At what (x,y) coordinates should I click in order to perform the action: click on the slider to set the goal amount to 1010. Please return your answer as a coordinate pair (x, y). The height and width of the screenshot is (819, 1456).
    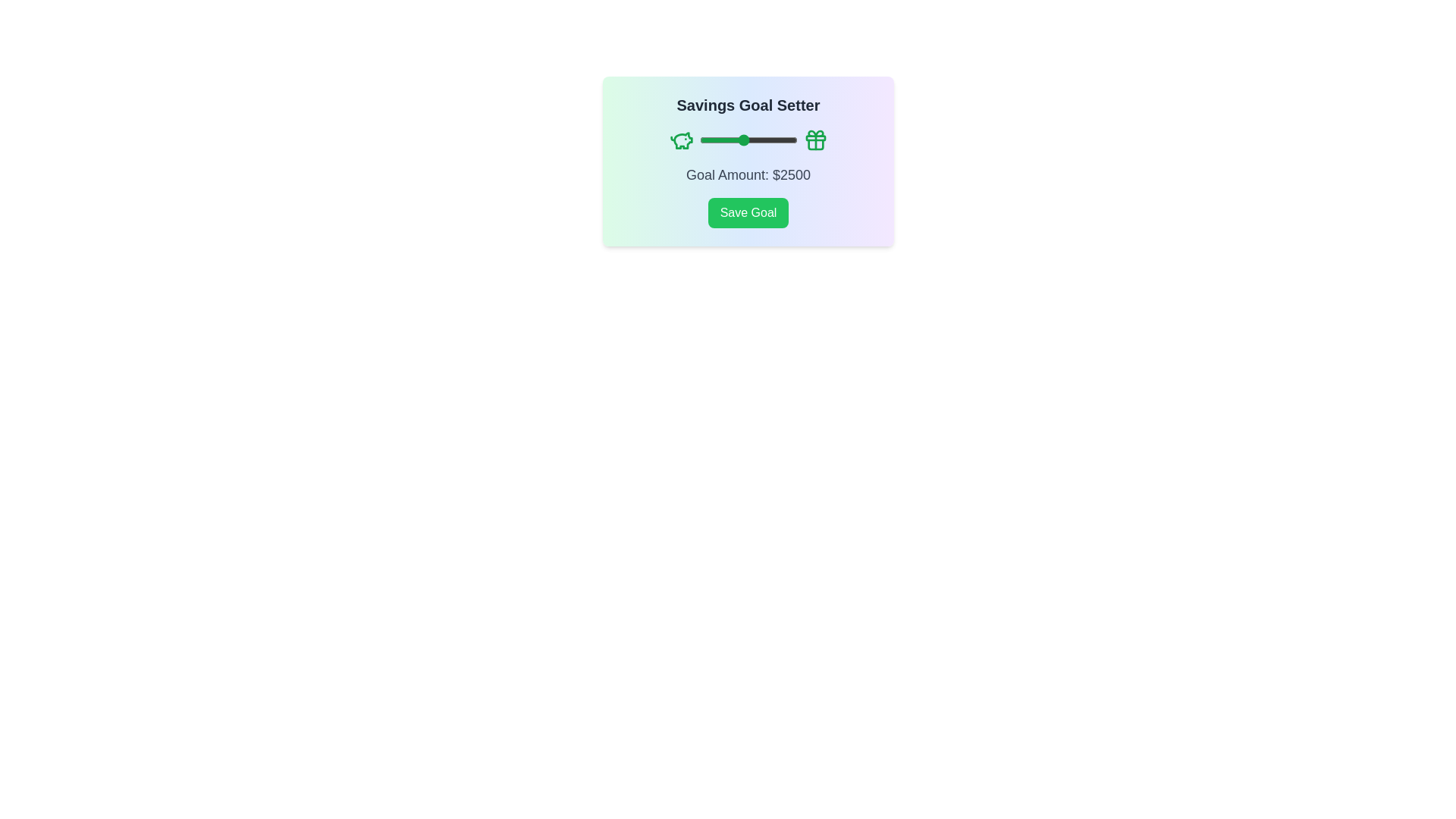
    Looking at the image, I should click on (710, 140).